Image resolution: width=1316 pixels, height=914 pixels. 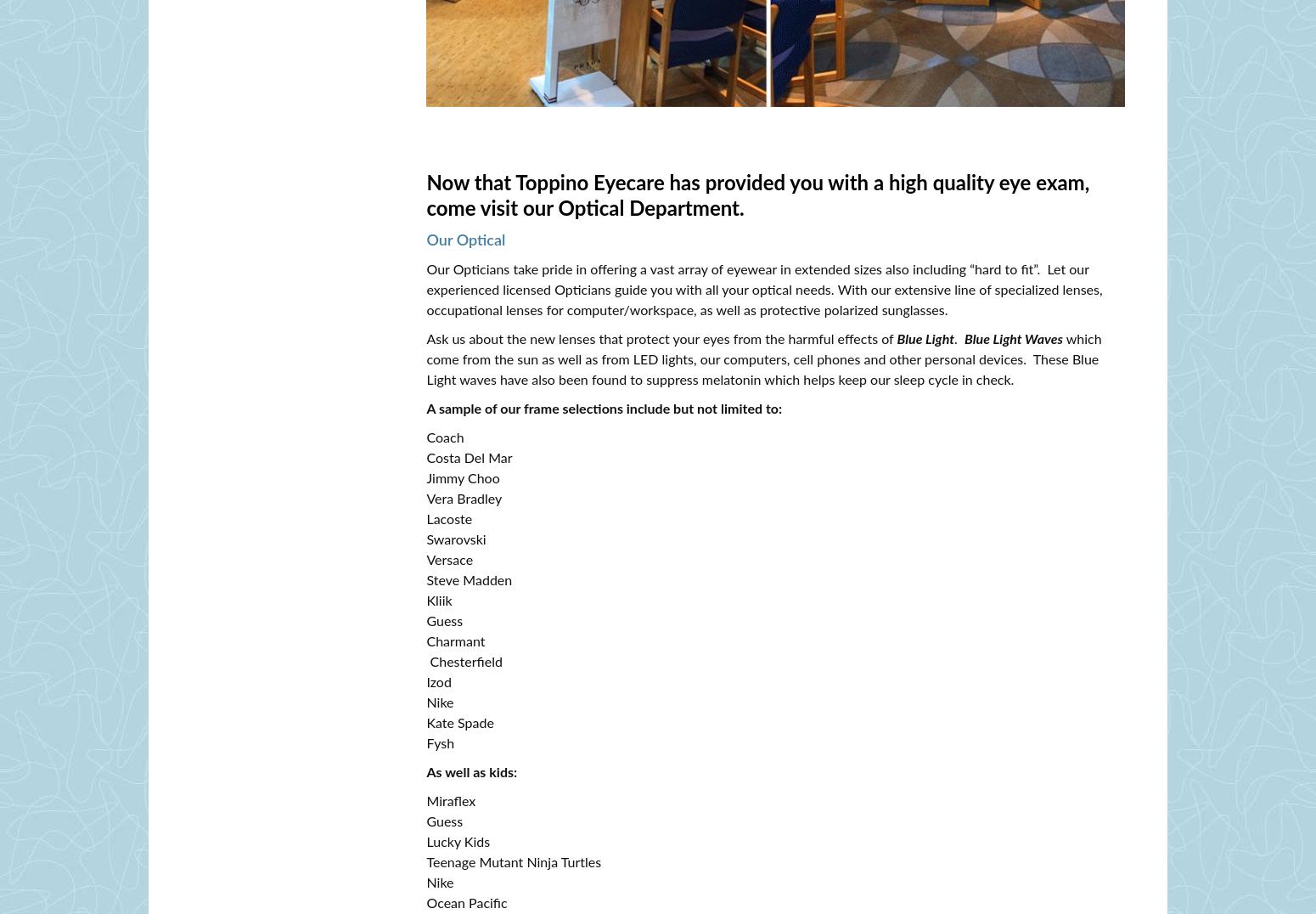 I want to click on 'As well as kids:', so click(x=425, y=771).